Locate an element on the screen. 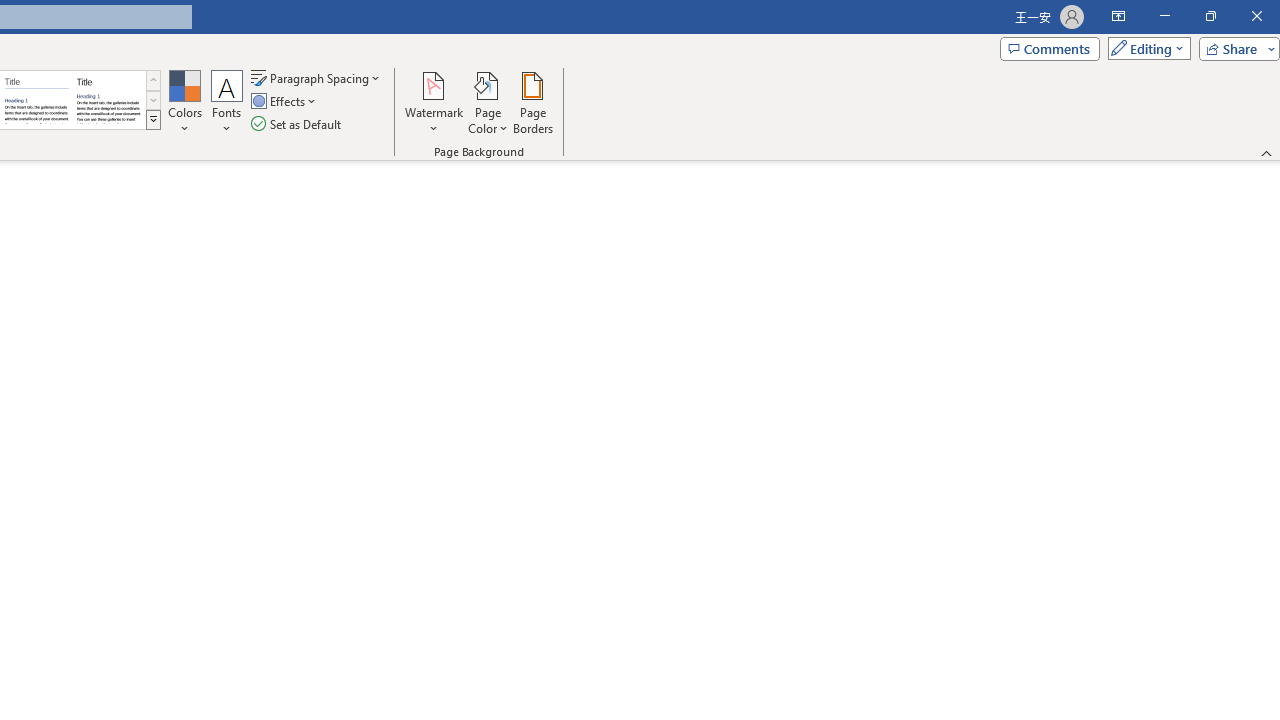  'Word 2013' is located at coordinates (107, 100).